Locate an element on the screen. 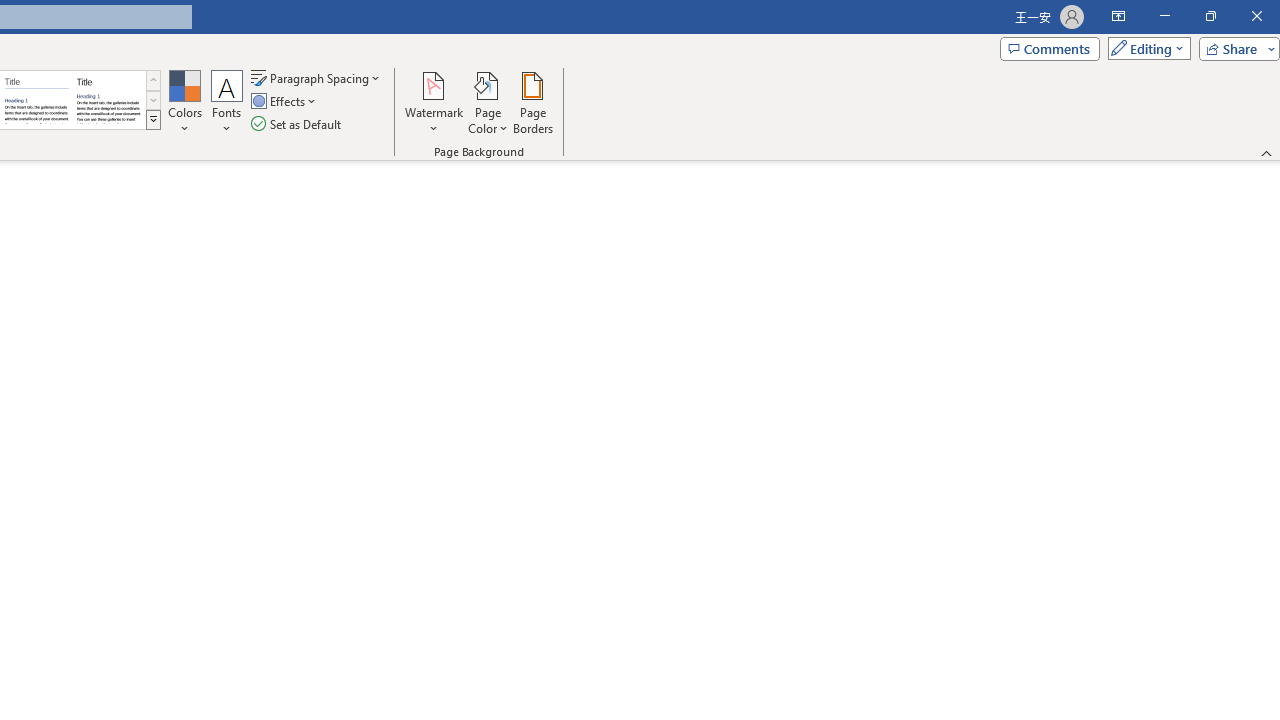  'Word 2013' is located at coordinates (107, 100).